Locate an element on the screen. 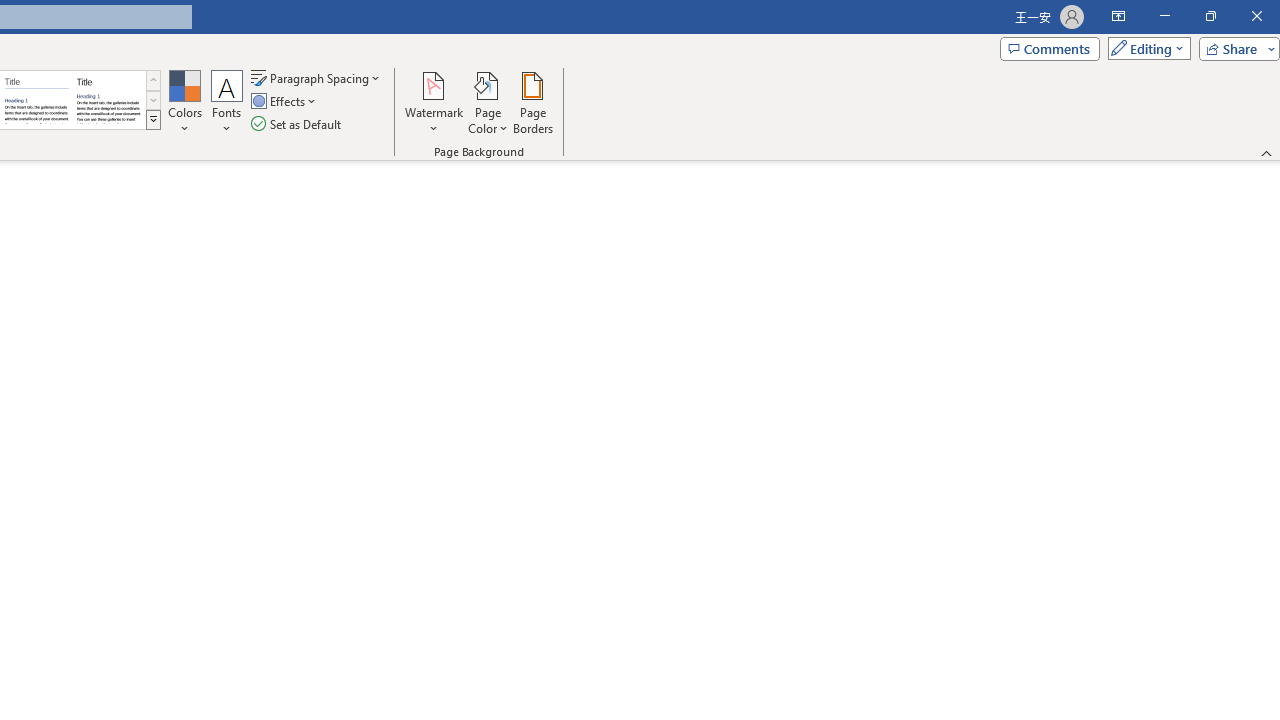  'Word 2013' is located at coordinates (107, 100).